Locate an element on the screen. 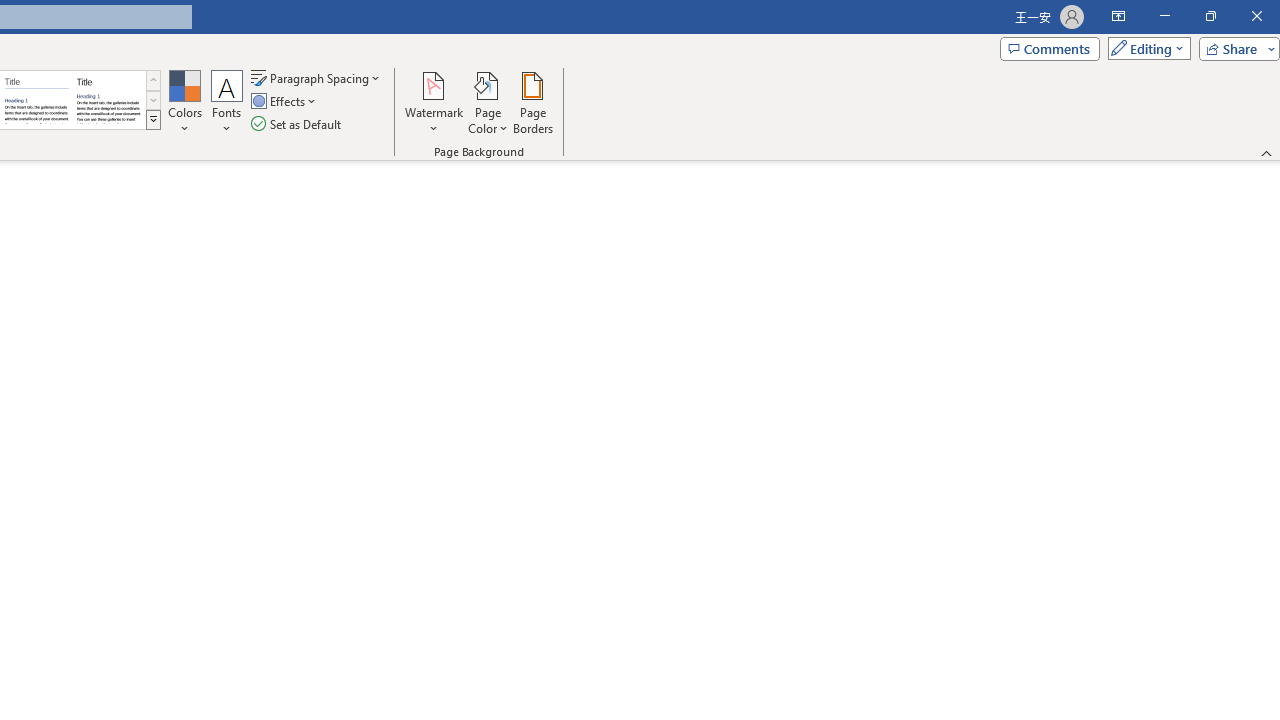  'Word 2013' is located at coordinates (107, 100).